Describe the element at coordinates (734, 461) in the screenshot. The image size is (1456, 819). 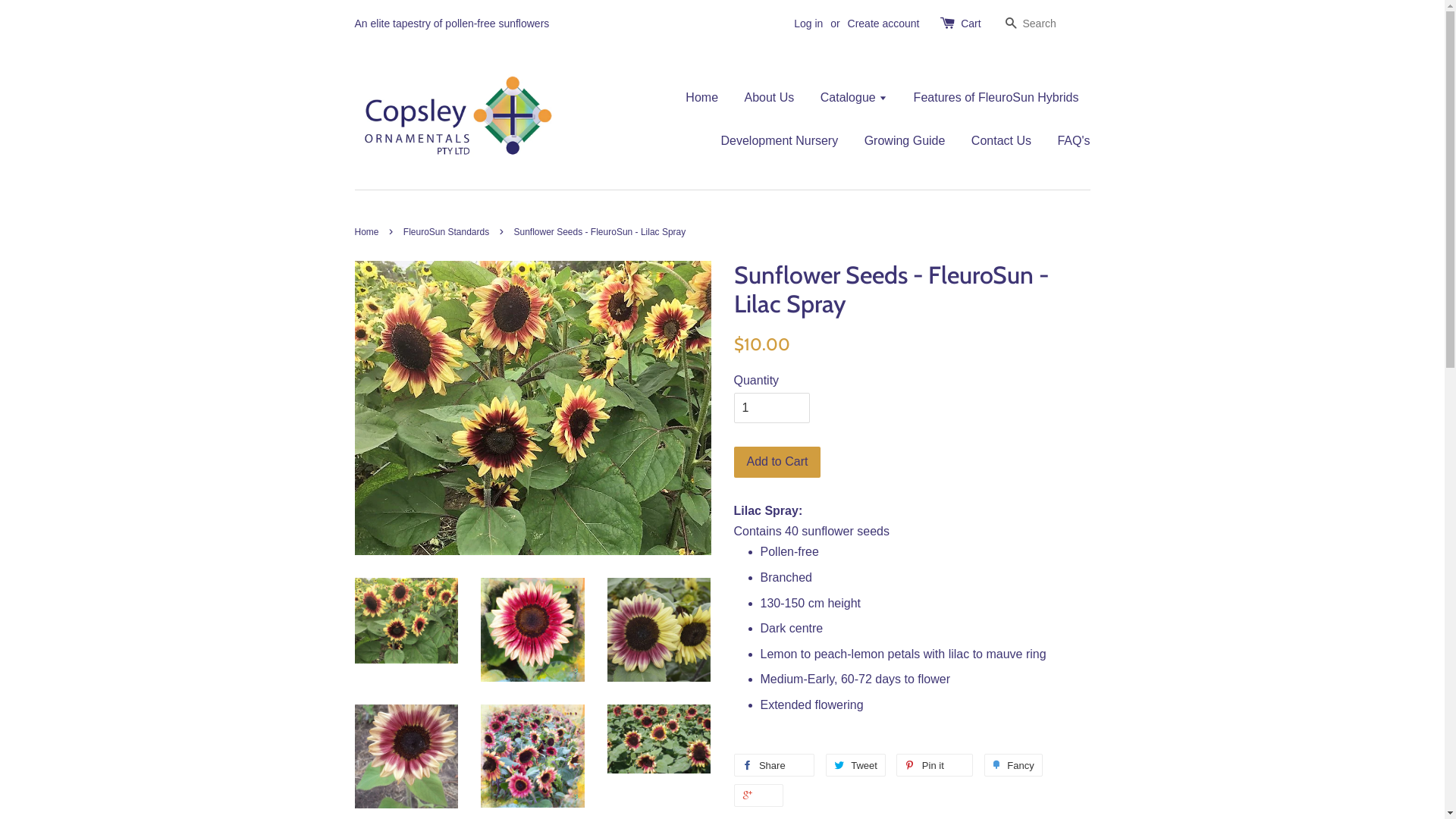
I see `'Add to Cart'` at that location.